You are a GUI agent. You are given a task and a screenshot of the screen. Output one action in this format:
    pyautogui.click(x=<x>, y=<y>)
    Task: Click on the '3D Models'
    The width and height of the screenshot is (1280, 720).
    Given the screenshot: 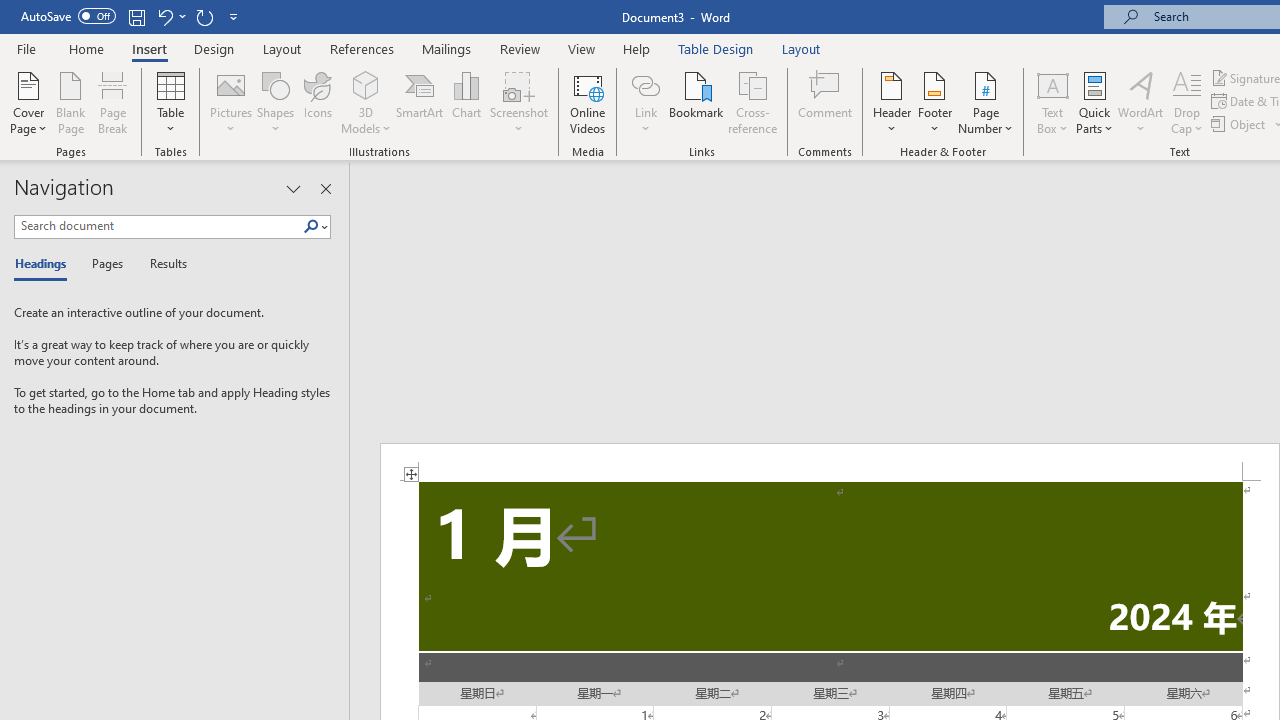 What is the action you would take?
    pyautogui.click(x=366, y=84)
    